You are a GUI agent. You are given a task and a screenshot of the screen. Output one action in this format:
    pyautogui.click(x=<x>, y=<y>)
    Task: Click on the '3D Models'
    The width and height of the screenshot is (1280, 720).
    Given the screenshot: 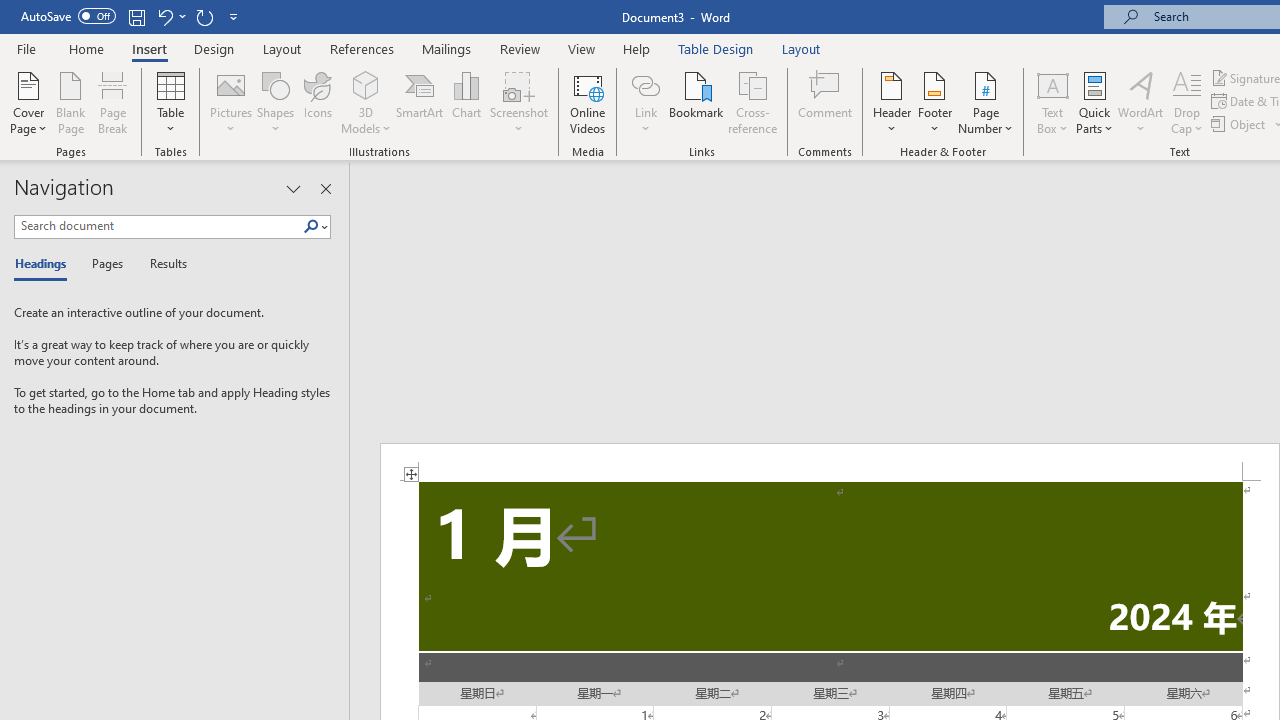 What is the action you would take?
    pyautogui.click(x=366, y=84)
    